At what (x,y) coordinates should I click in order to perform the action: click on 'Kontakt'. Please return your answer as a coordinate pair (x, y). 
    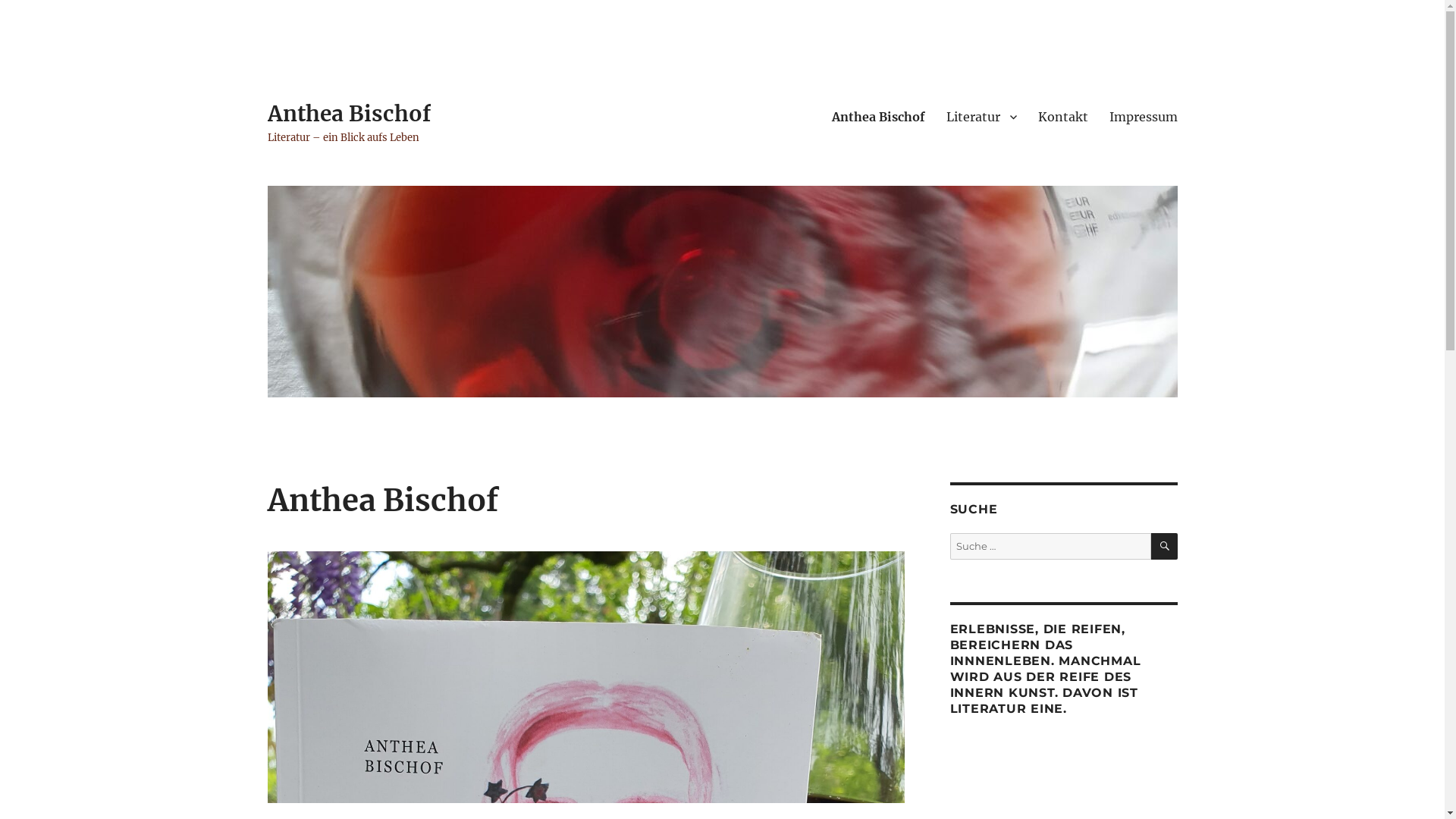
    Looking at the image, I should click on (1062, 116).